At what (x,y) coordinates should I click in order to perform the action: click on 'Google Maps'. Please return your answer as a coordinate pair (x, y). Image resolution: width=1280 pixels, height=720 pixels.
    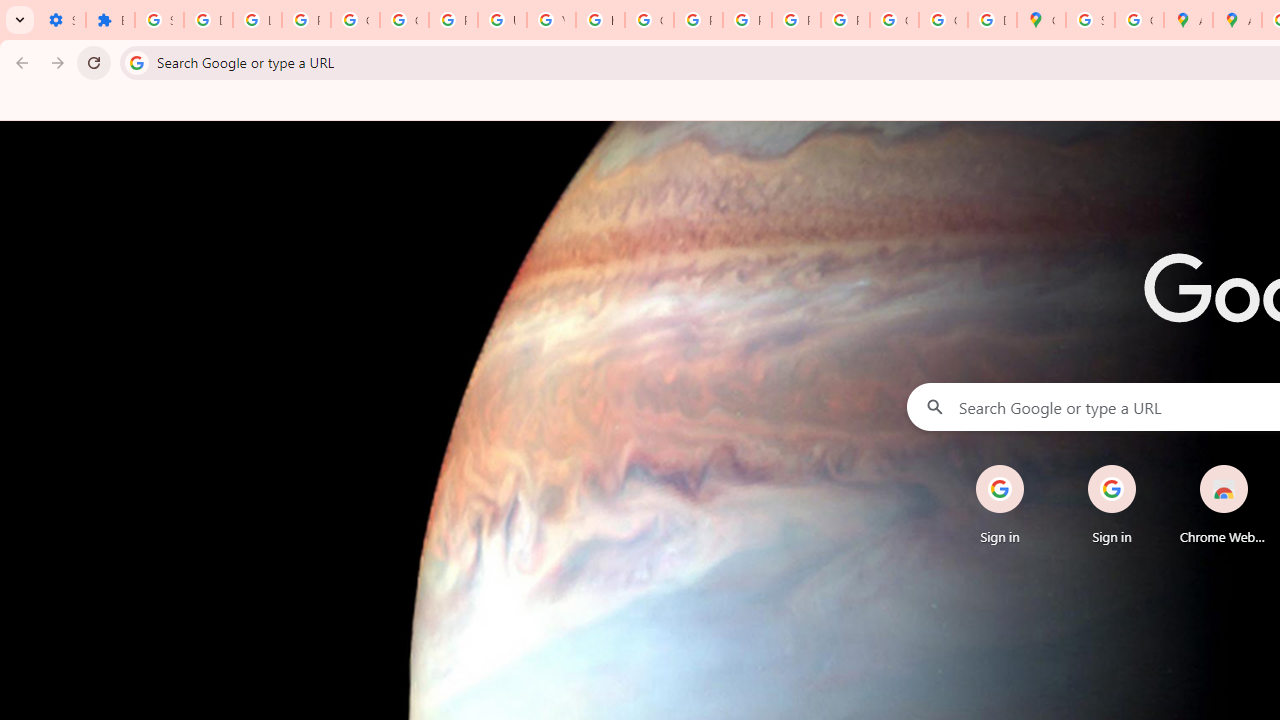
    Looking at the image, I should click on (1040, 20).